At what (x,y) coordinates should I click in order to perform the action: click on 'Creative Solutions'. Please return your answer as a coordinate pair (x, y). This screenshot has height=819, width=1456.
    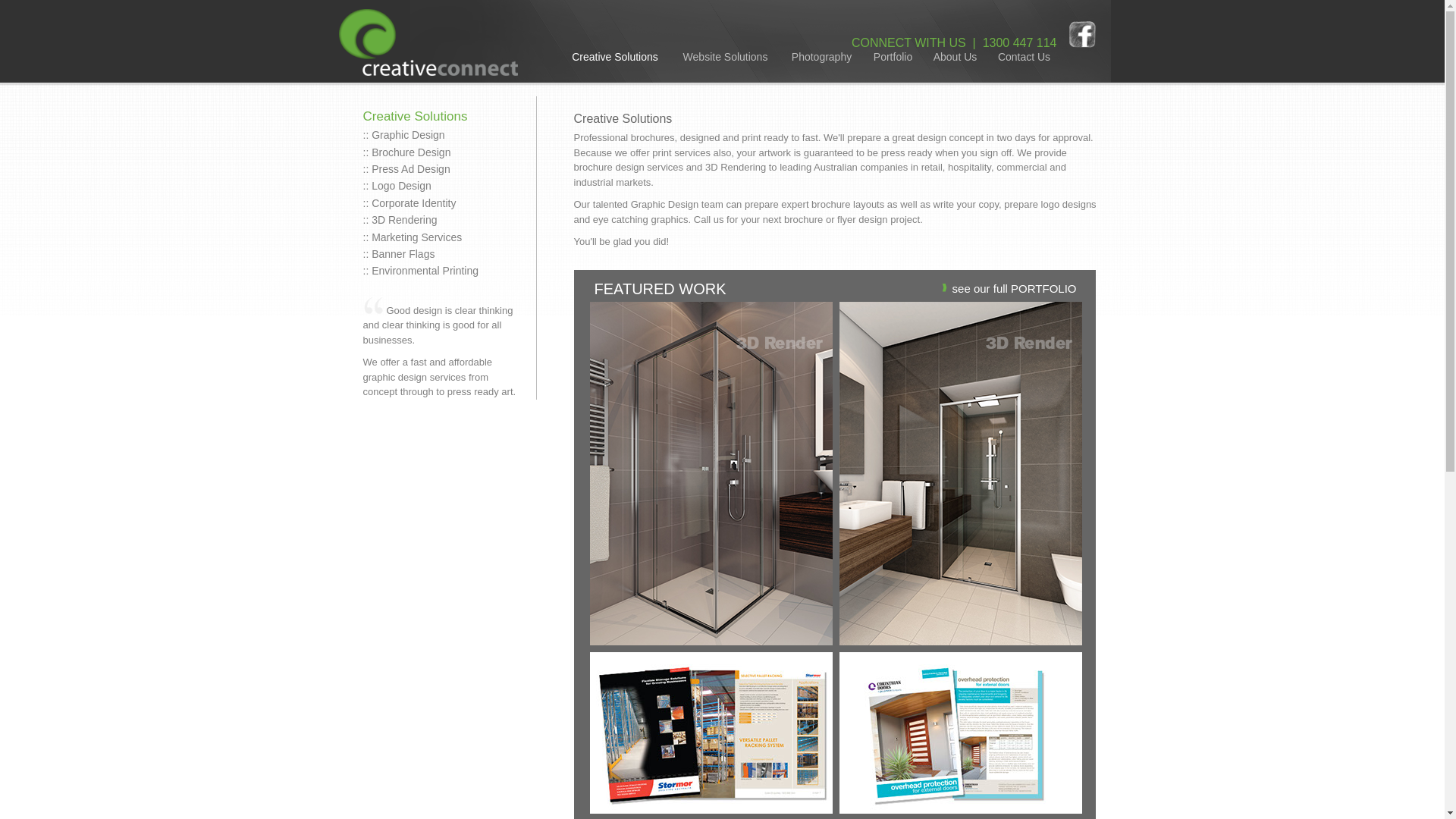
    Looking at the image, I should click on (615, 57).